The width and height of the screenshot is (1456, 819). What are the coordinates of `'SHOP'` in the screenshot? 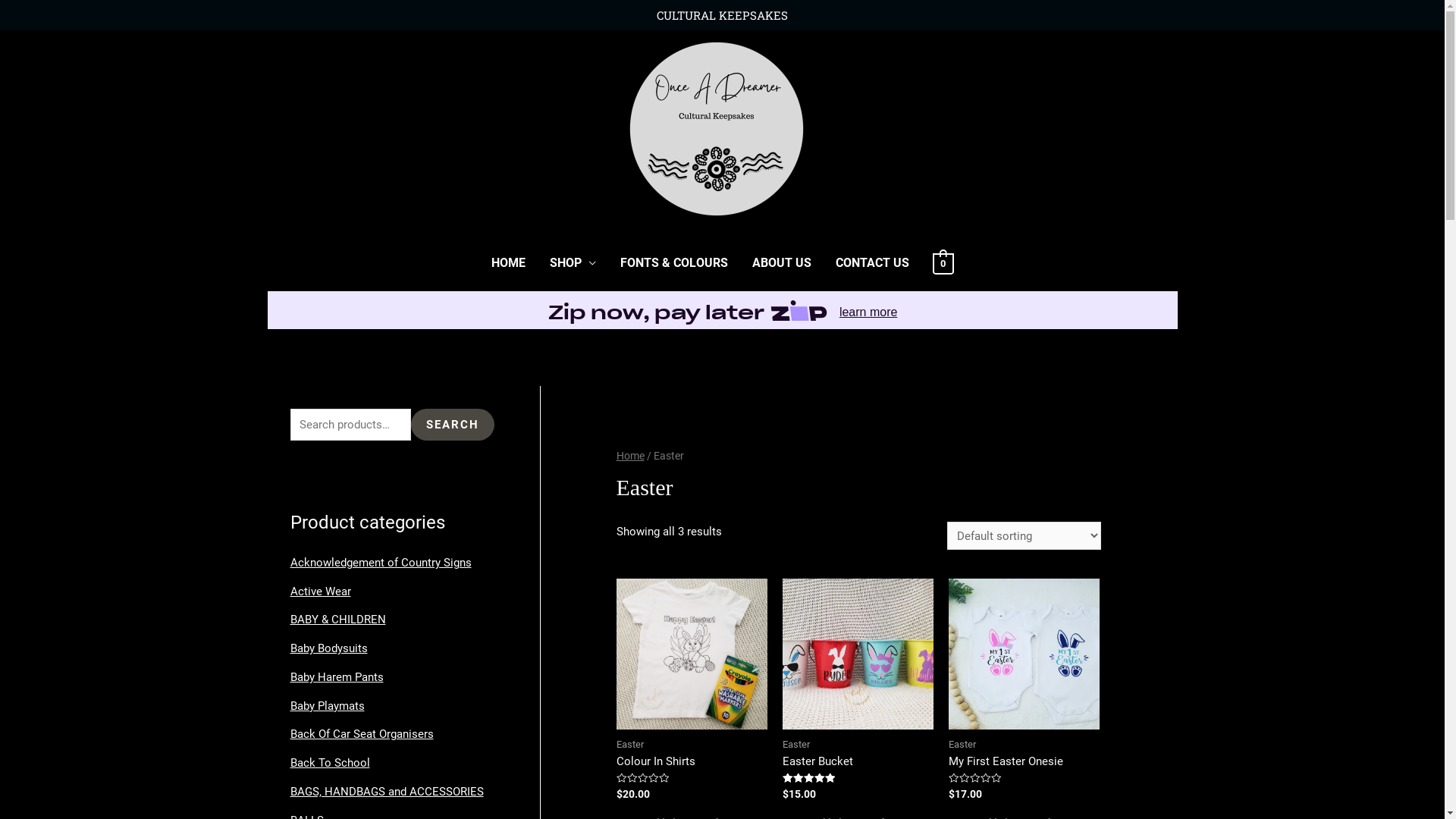 It's located at (538, 262).